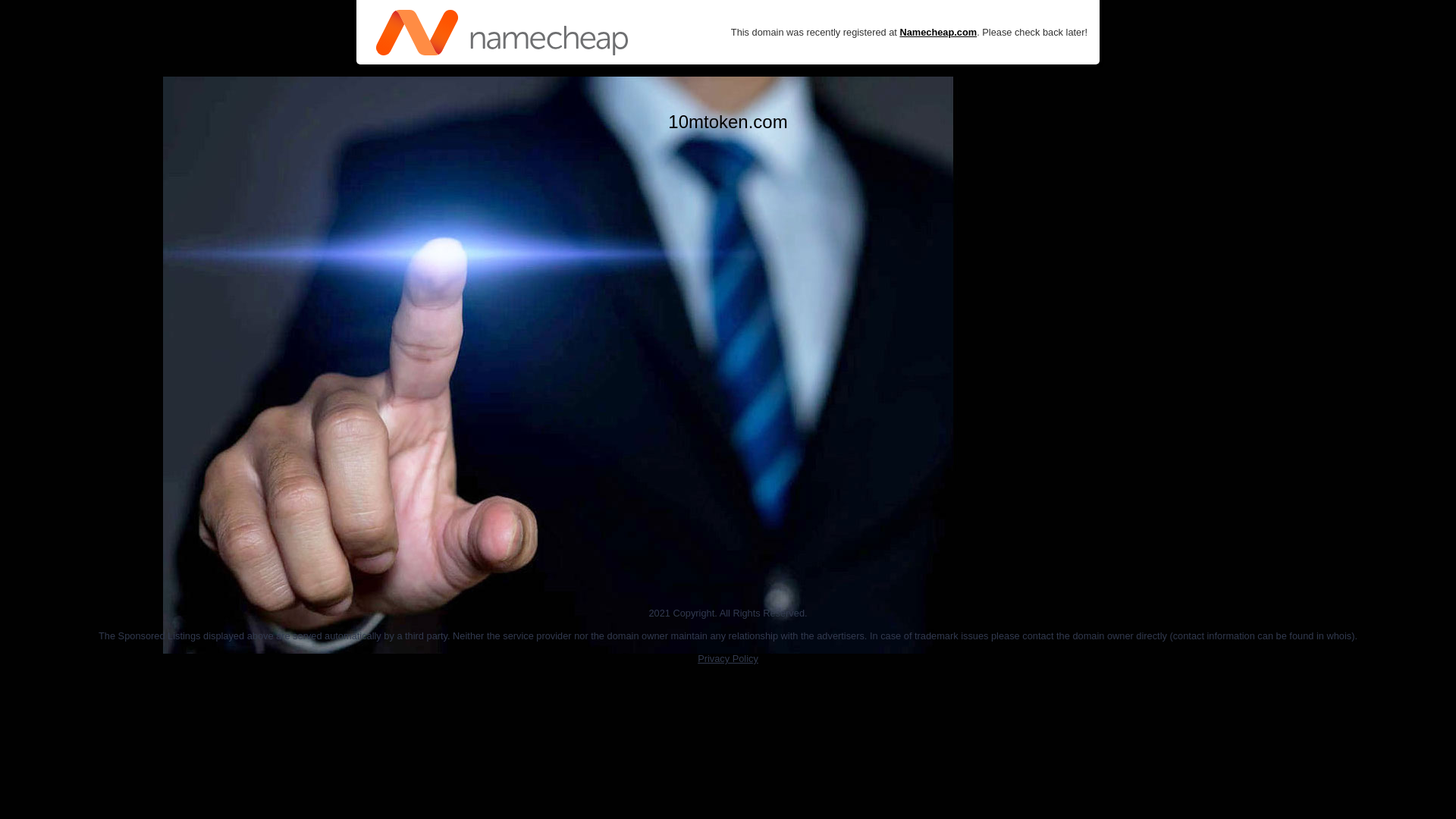 The width and height of the screenshot is (1456, 819). What do you see at coordinates (502, 32) in the screenshot?
I see `'Registered at Namecheap.com'` at bounding box center [502, 32].